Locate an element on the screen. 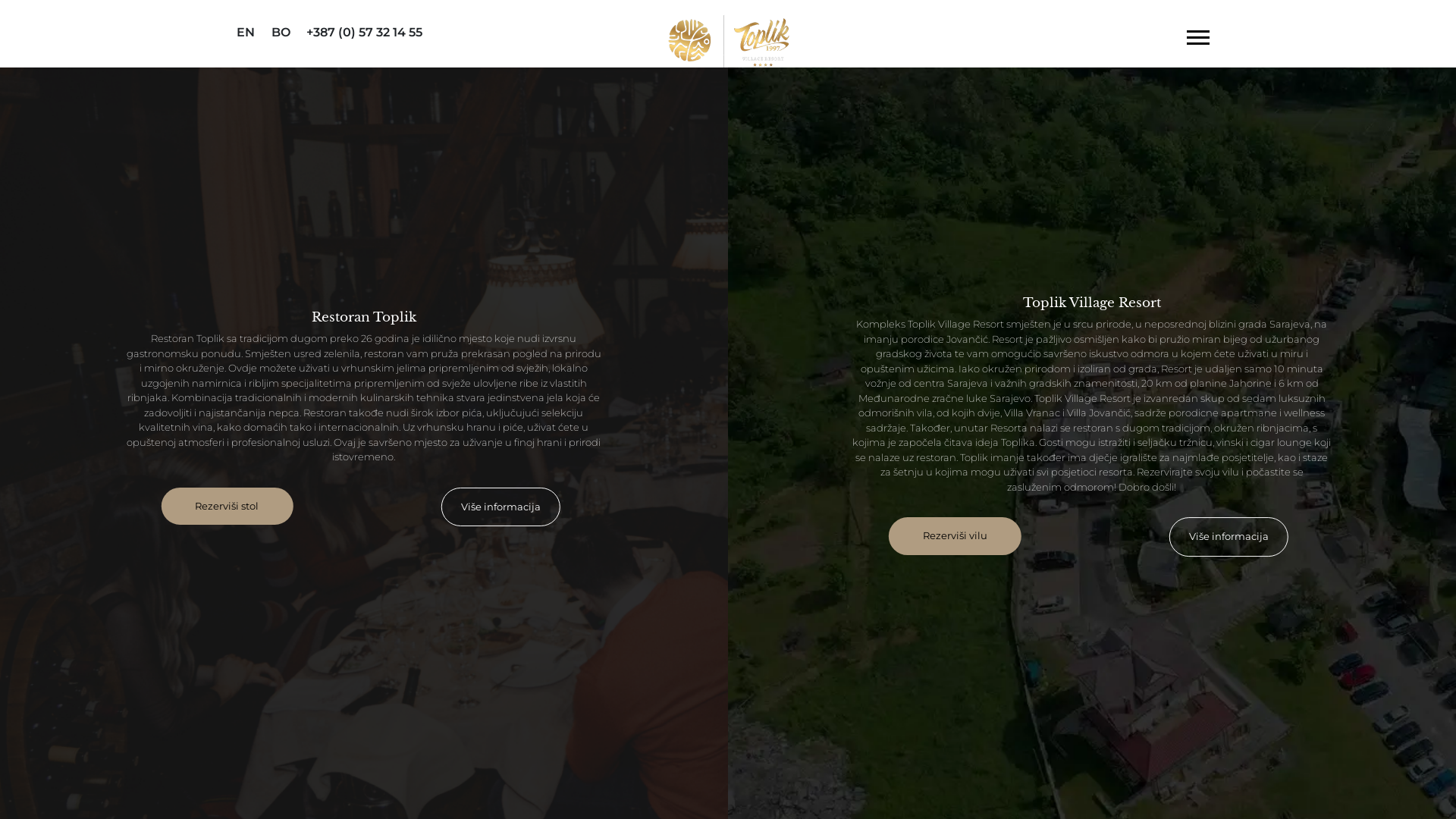 This screenshot has width=1456, height=819. 'BO' is located at coordinates (271, 32).